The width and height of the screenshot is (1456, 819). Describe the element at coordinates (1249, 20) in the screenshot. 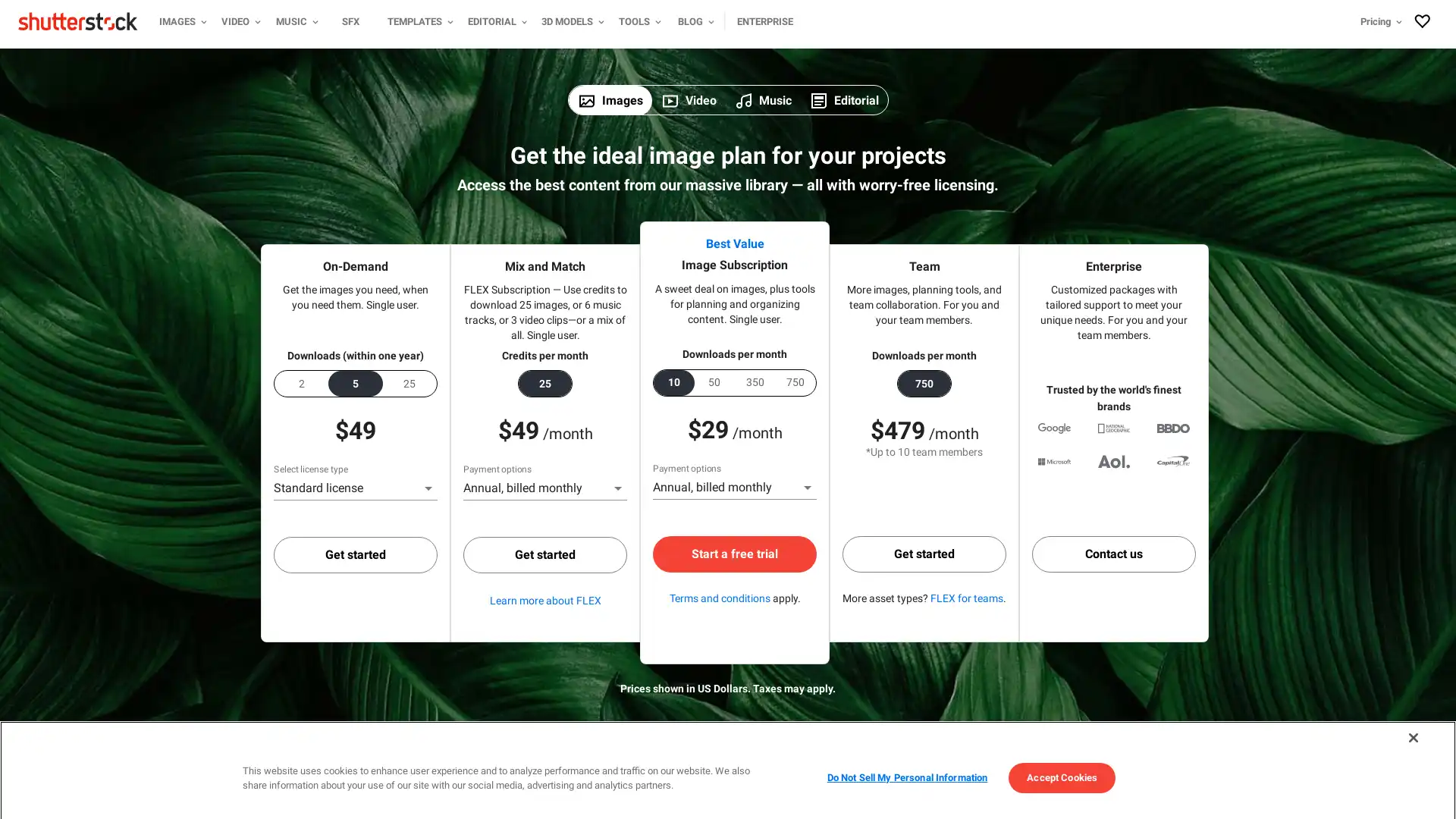

I see `Pricing` at that location.